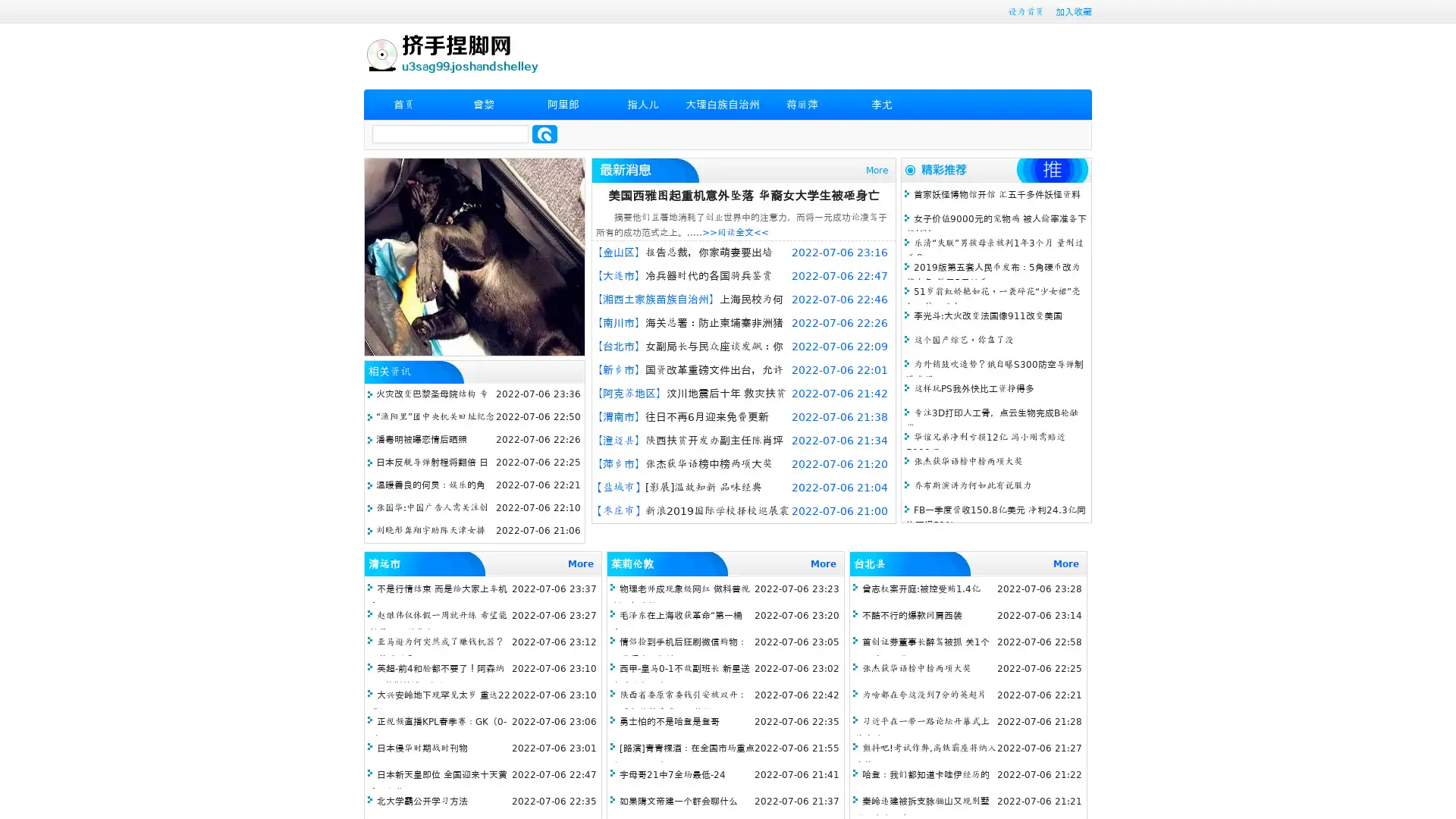  Describe the element at coordinates (544, 133) in the screenshot. I see `Search` at that location.